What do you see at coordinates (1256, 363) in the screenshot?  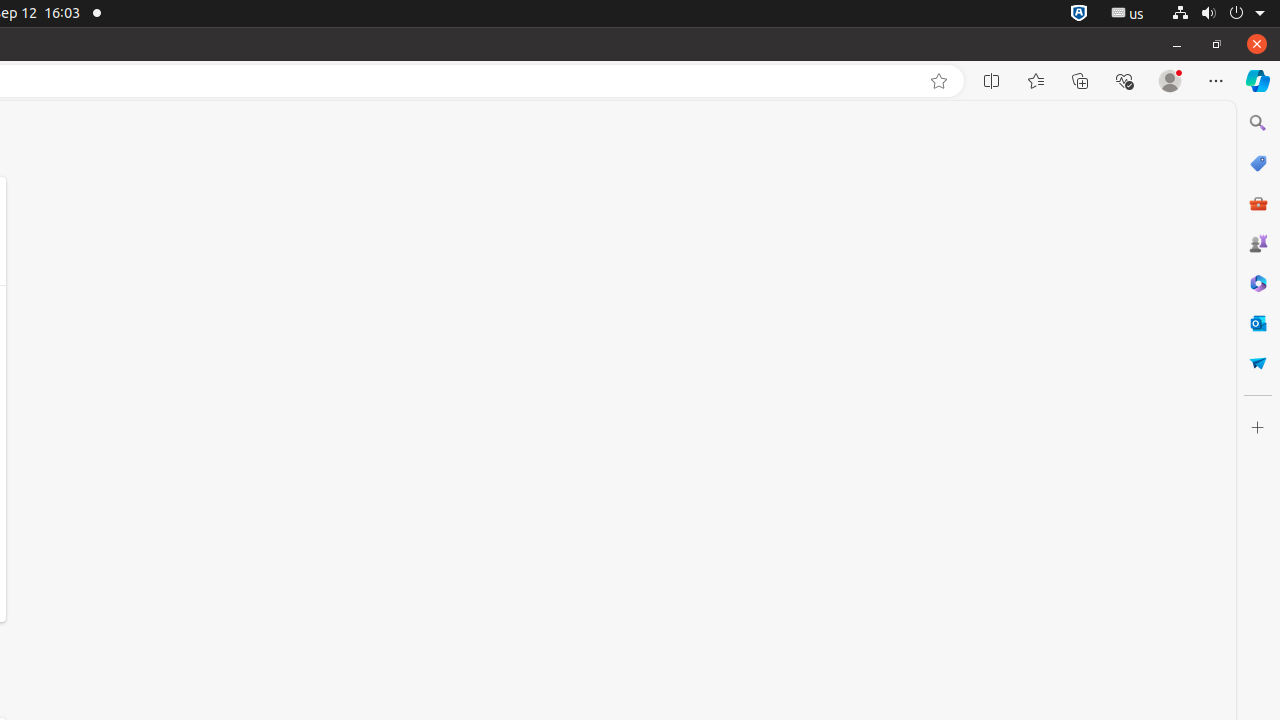 I see `'Drop'` at bounding box center [1256, 363].